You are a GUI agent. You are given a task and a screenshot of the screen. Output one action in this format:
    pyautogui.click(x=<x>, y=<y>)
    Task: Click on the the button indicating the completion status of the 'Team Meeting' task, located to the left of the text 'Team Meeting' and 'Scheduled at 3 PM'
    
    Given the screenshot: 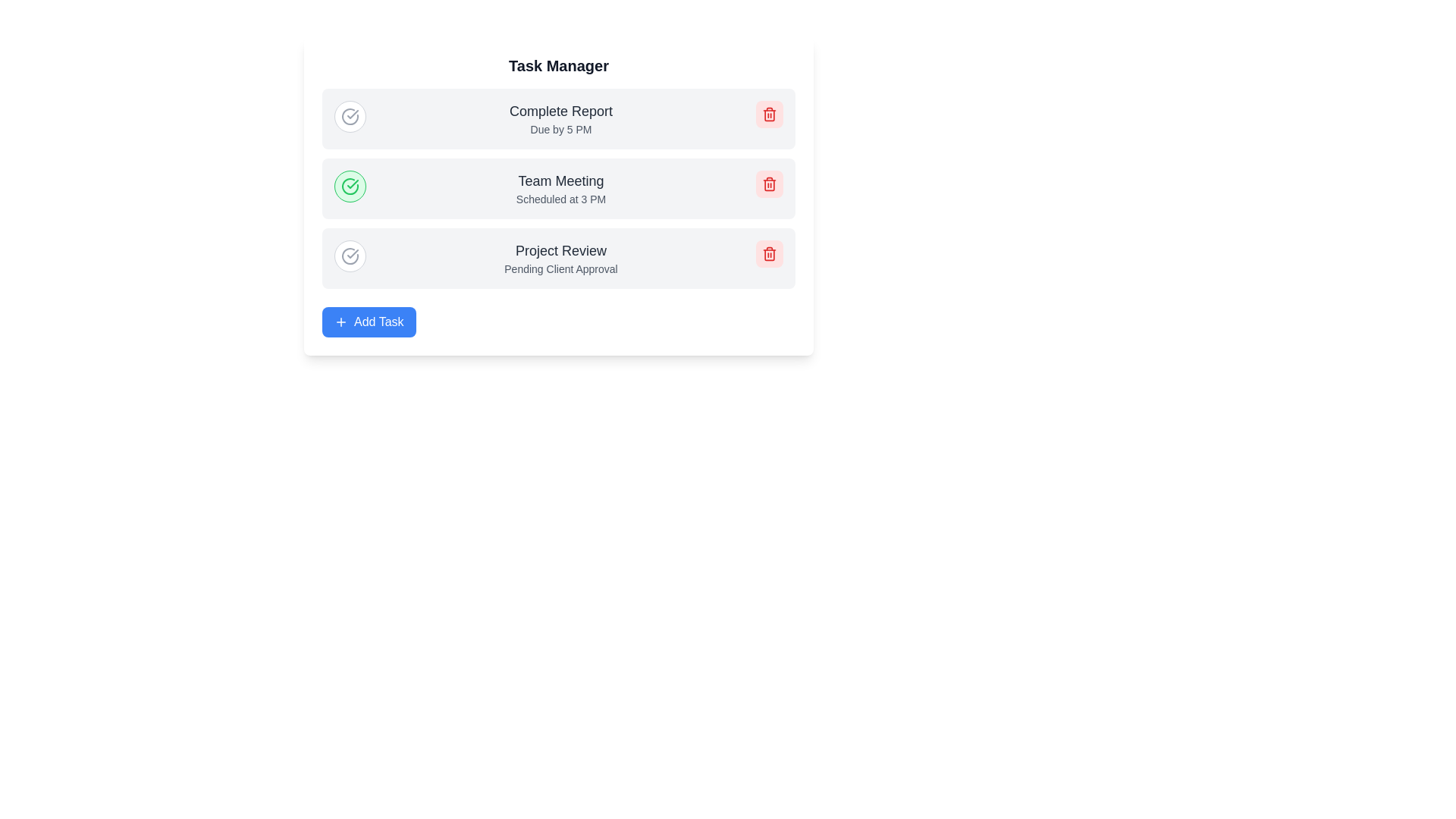 What is the action you would take?
    pyautogui.click(x=349, y=186)
    